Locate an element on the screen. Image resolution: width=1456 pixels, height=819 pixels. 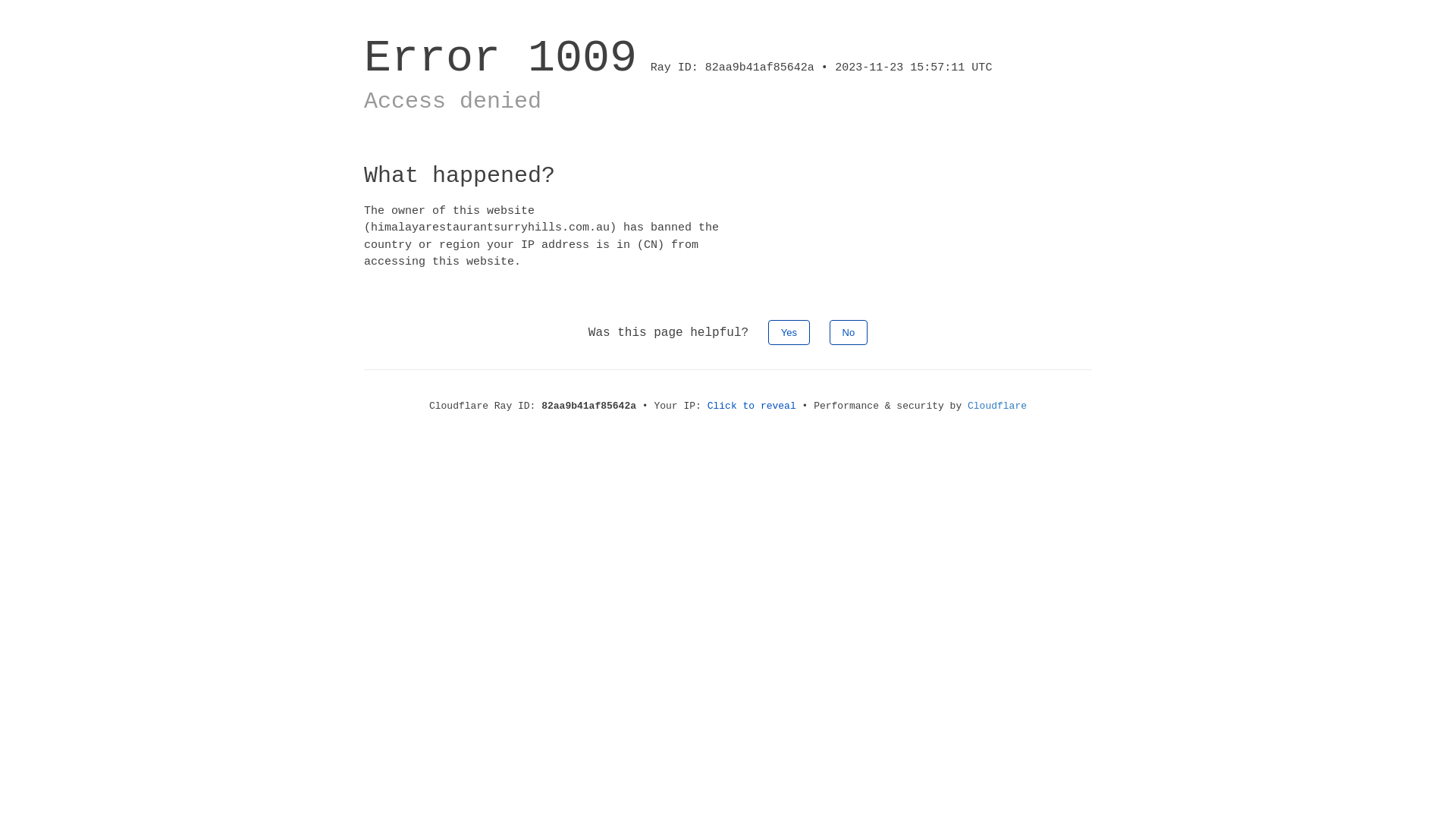
'Cloudflare' is located at coordinates (967, 405).